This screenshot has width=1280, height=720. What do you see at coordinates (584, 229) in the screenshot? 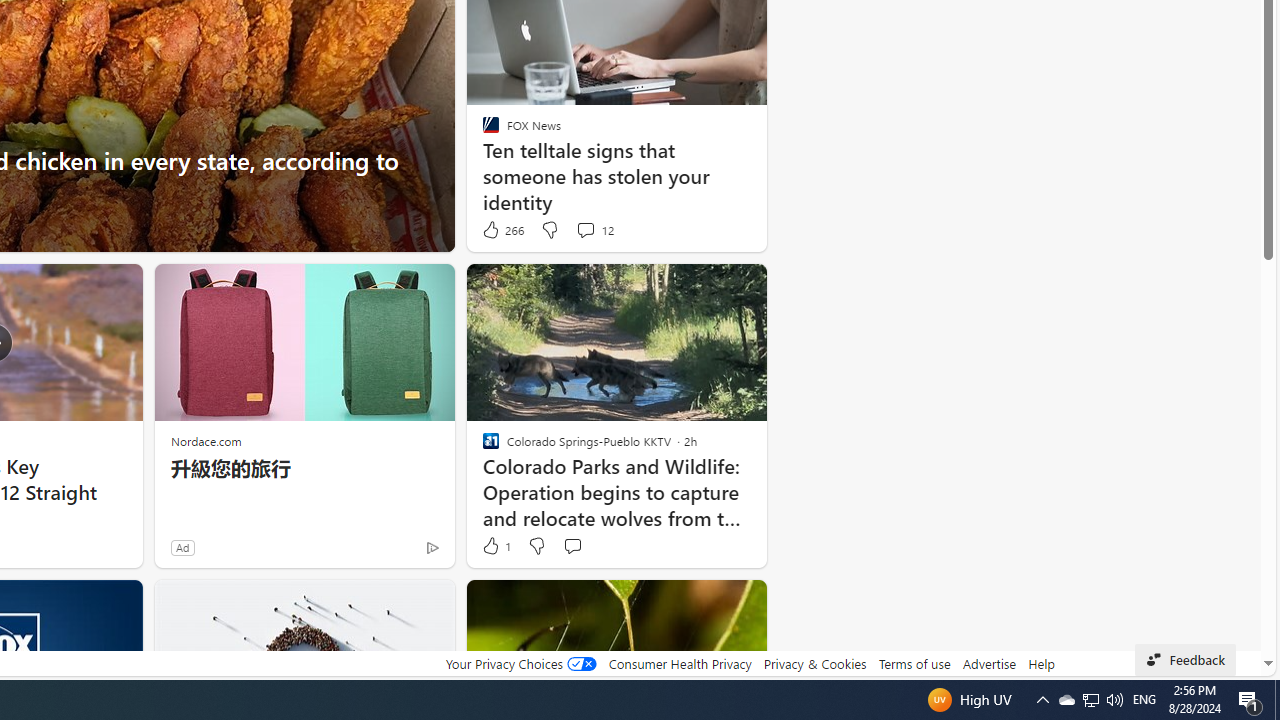
I see `'View comments 12 Comment'` at bounding box center [584, 229].